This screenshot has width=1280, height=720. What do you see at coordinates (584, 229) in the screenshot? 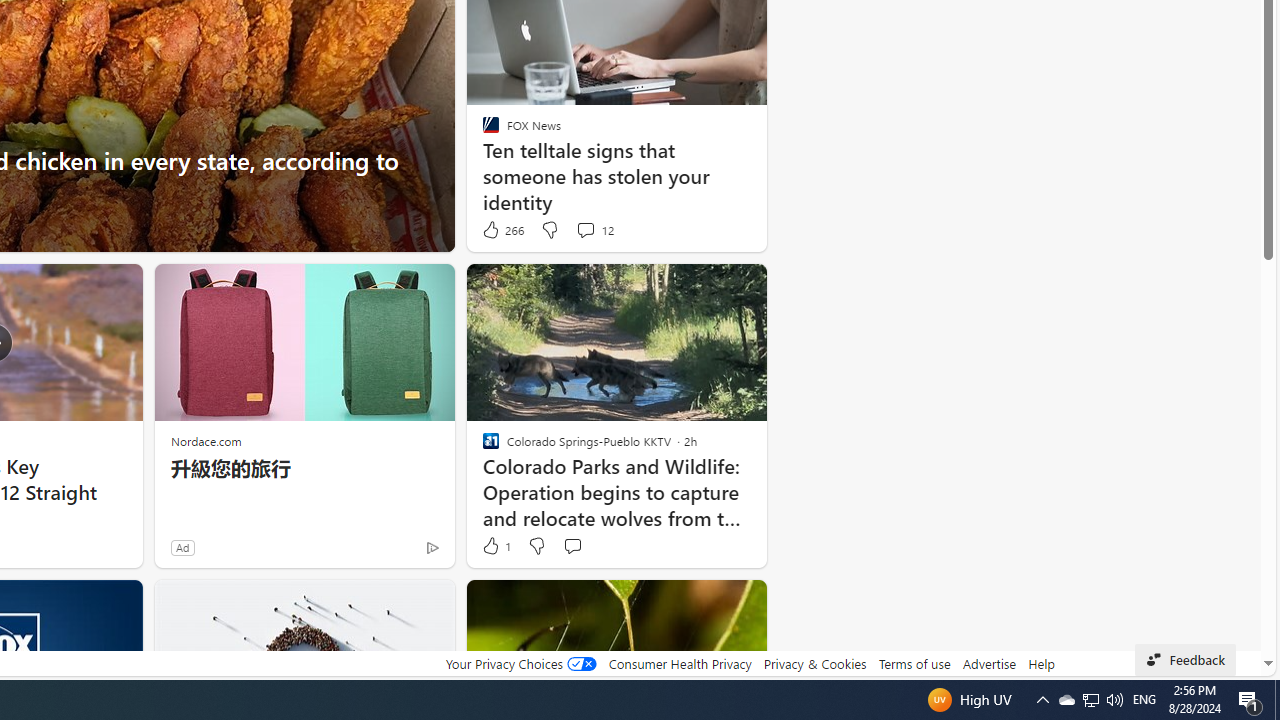
I see `'View comments 12 Comment'` at bounding box center [584, 229].